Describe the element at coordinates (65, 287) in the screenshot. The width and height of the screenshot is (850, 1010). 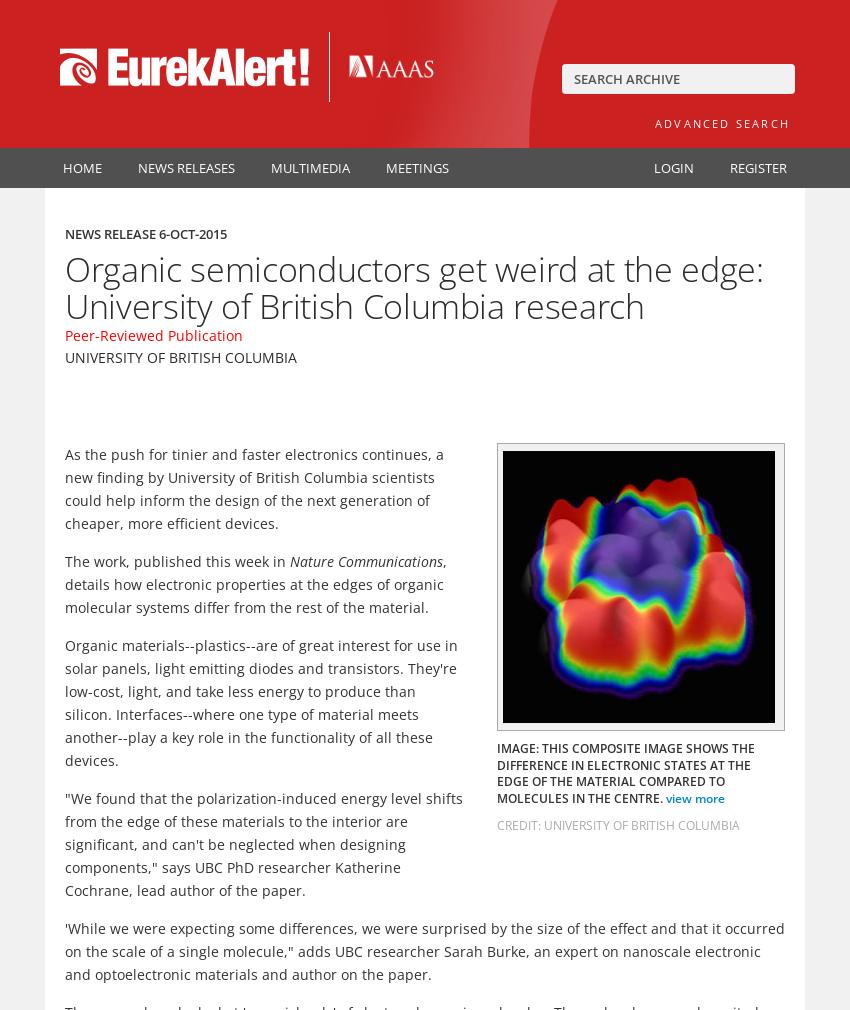
I see `'Organic semiconductors get weird at the edge: University of British Columbia research'` at that location.